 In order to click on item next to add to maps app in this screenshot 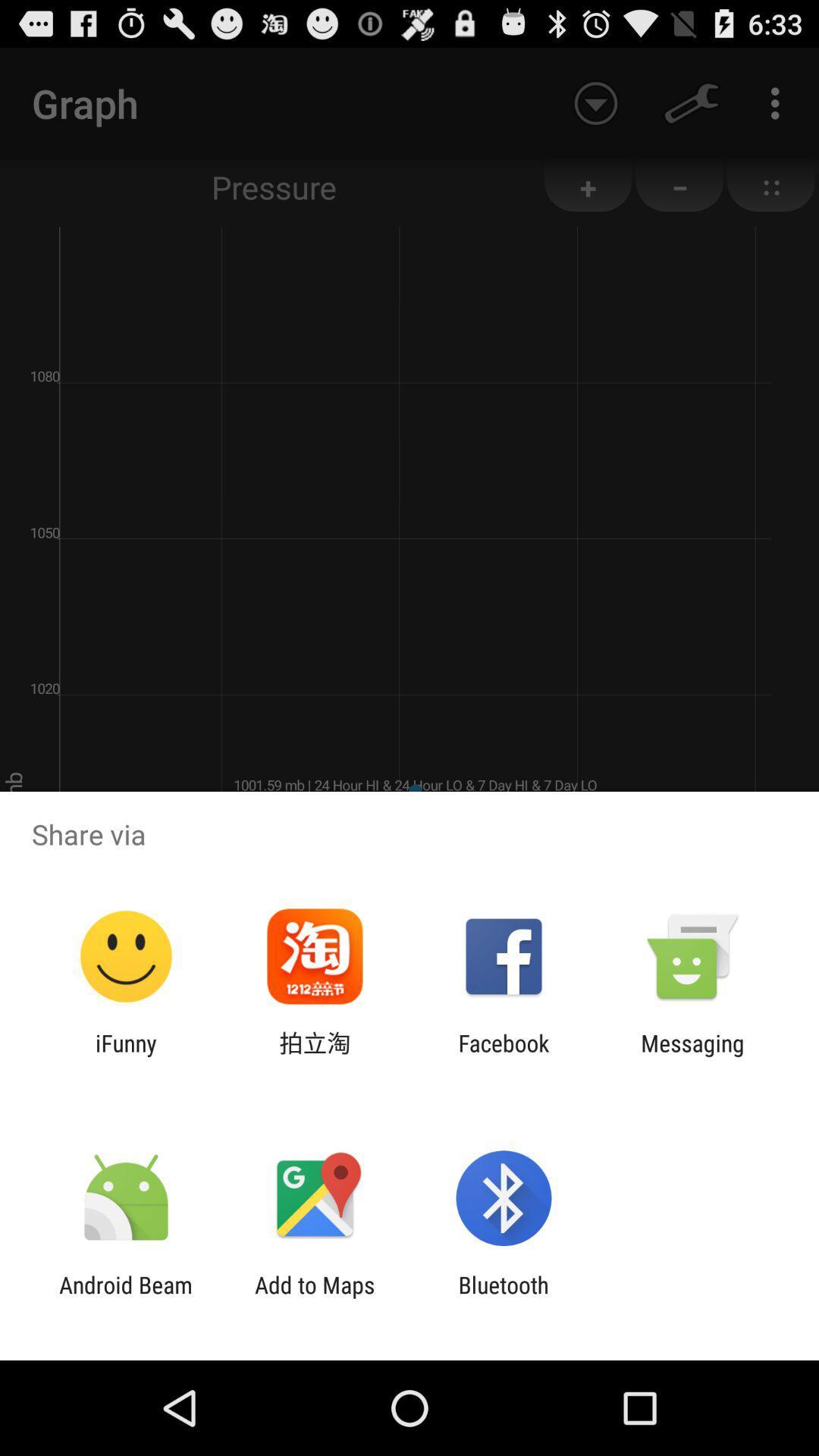, I will do `click(125, 1298)`.